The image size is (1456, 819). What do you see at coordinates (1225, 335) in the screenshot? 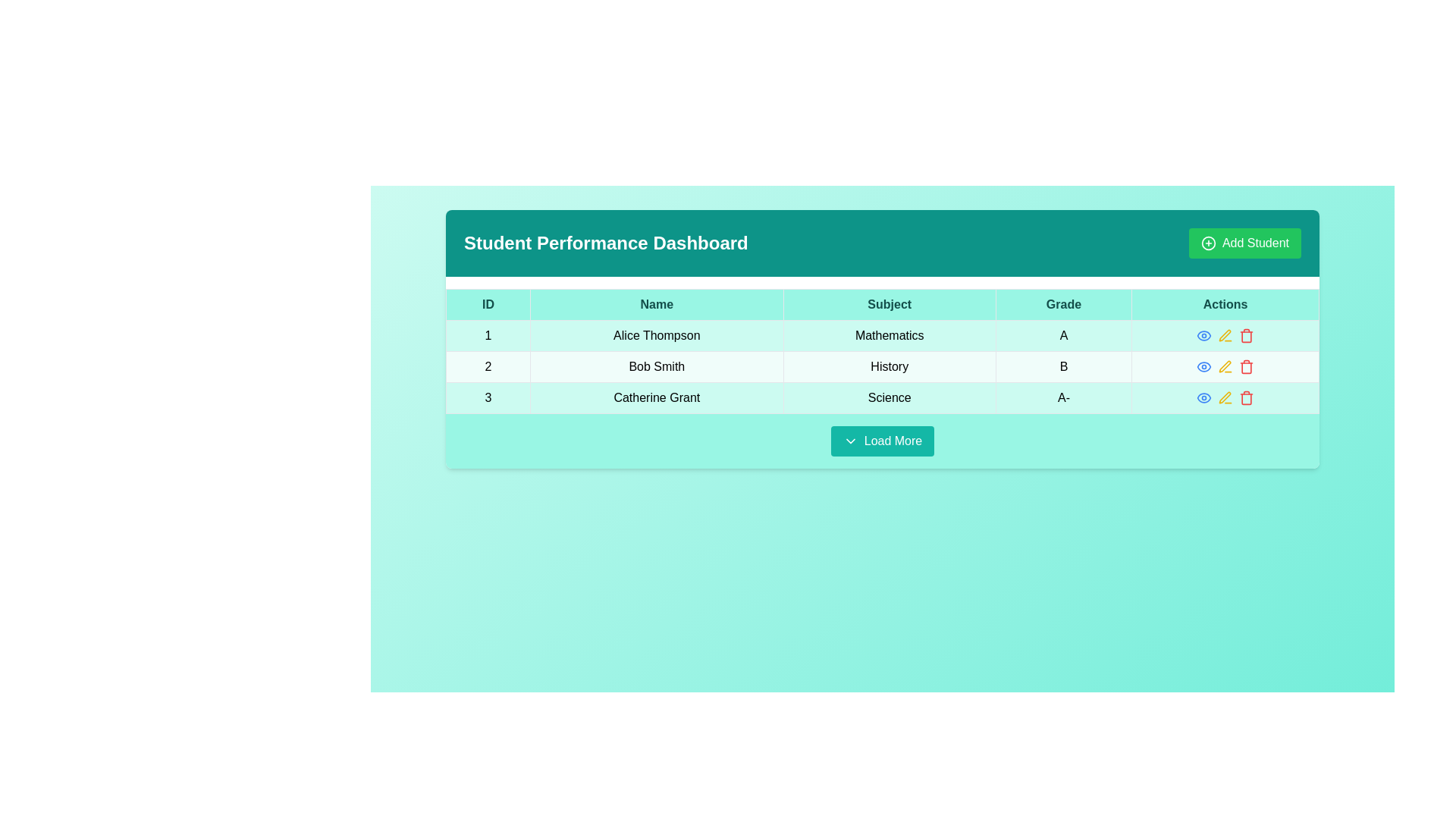
I see `the pencil icon button in the 'Actions' column of the first row of the table` at bounding box center [1225, 335].